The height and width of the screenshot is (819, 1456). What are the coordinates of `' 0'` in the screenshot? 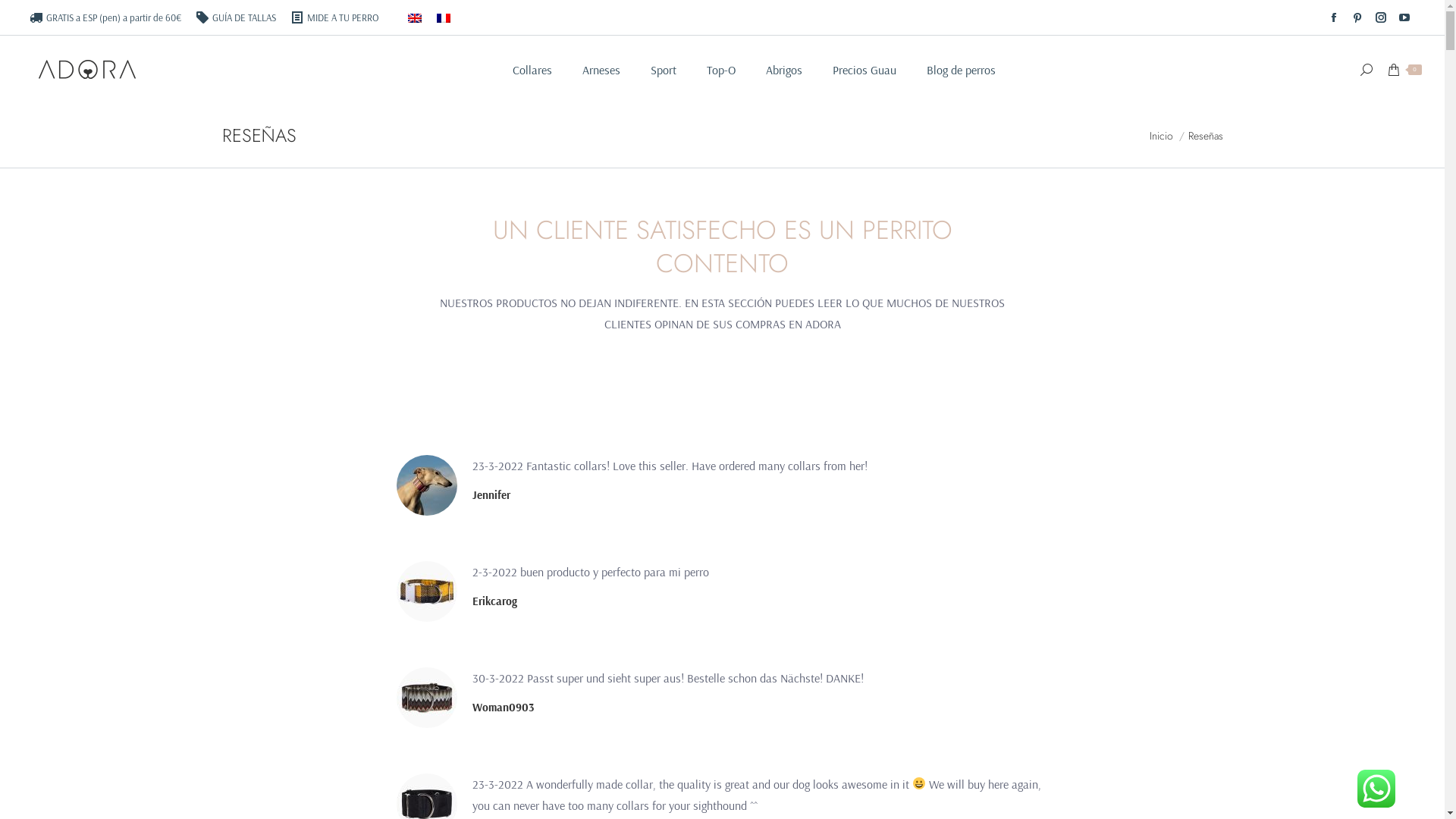 It's located at (1404, 69).